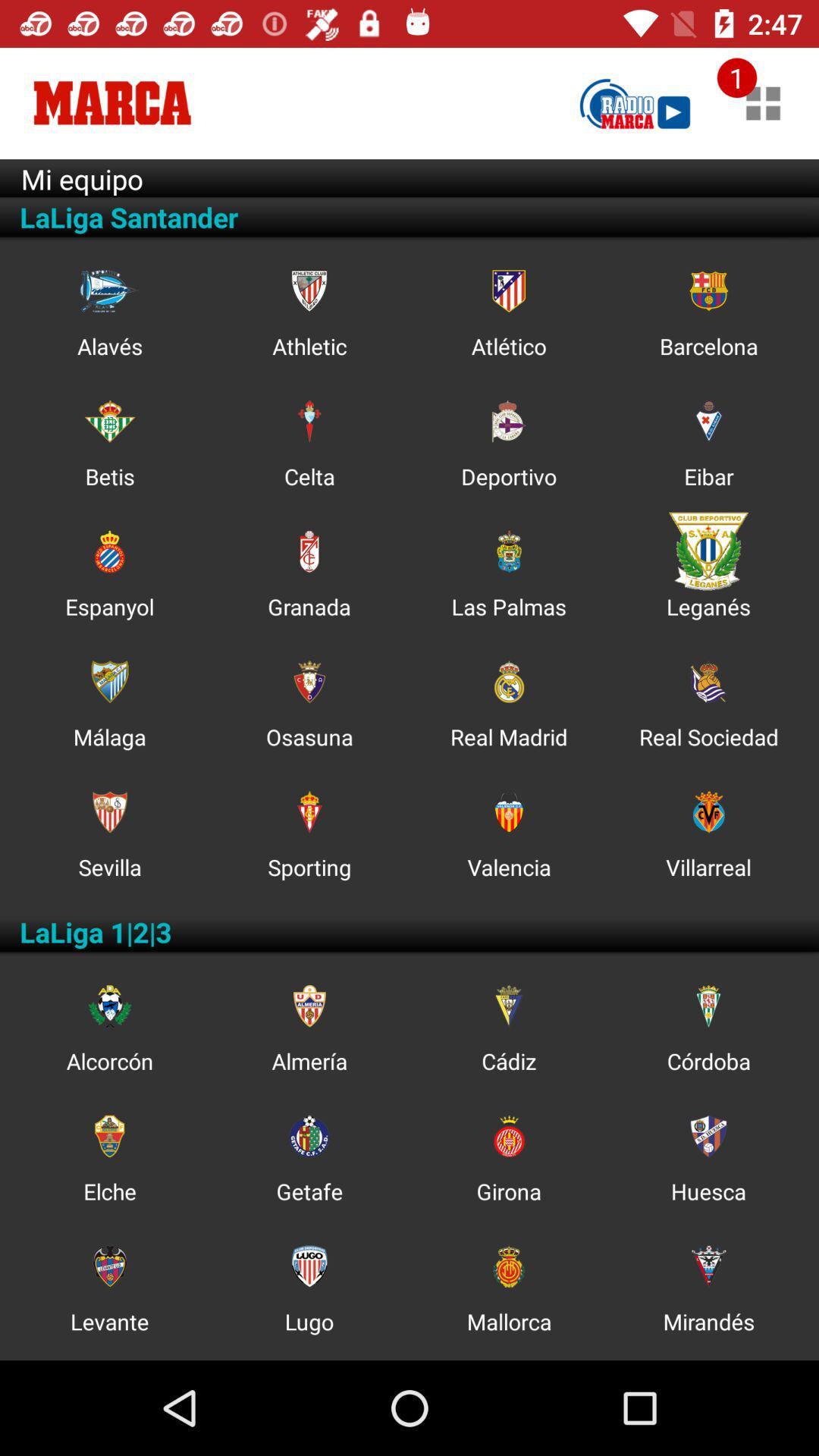  I want to click on the globe icon, so click(509, 681).